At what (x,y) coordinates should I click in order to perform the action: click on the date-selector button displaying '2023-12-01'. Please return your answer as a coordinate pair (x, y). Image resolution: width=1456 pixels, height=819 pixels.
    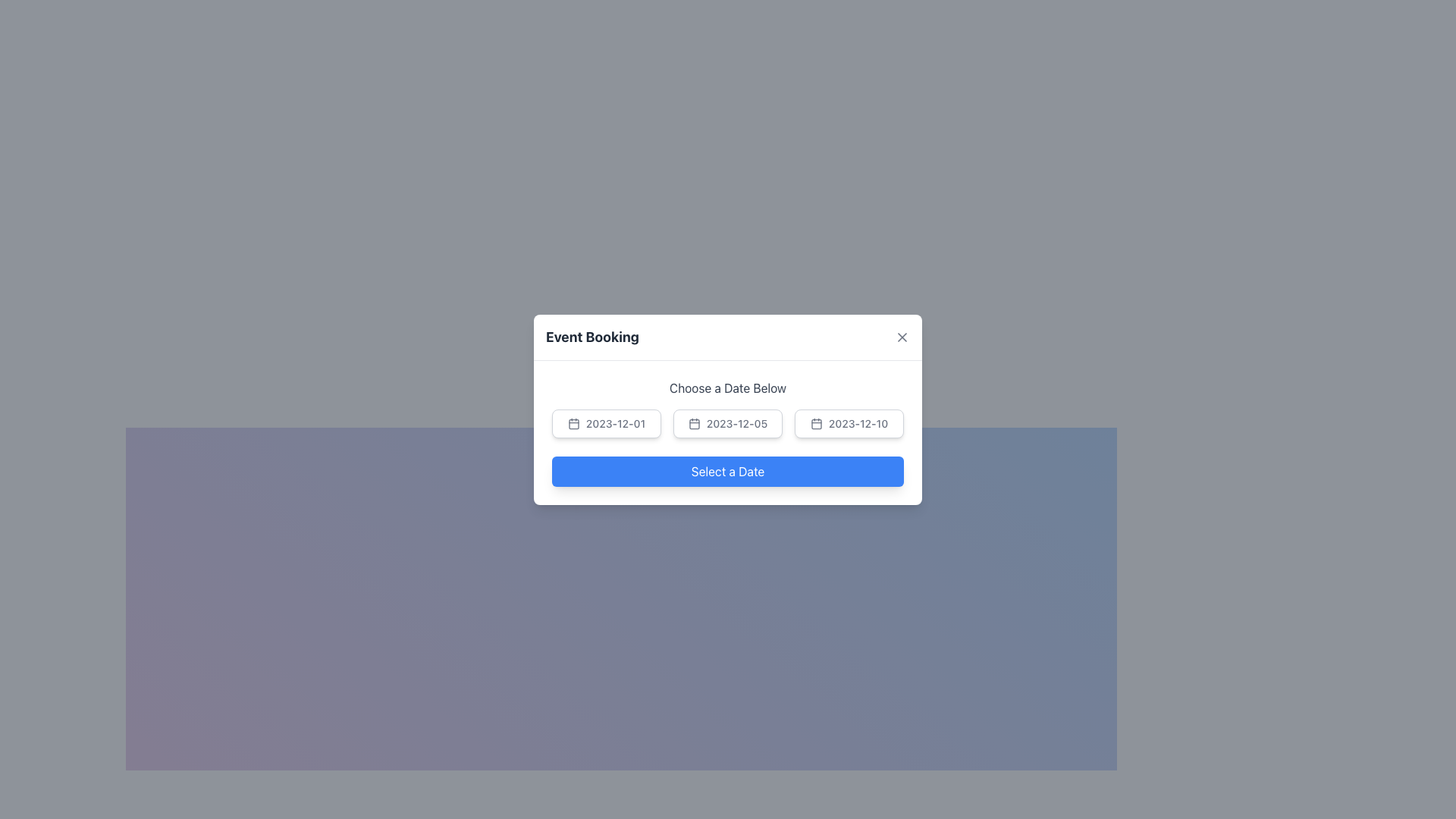
    Looking at the image, I should click on (607, 423).